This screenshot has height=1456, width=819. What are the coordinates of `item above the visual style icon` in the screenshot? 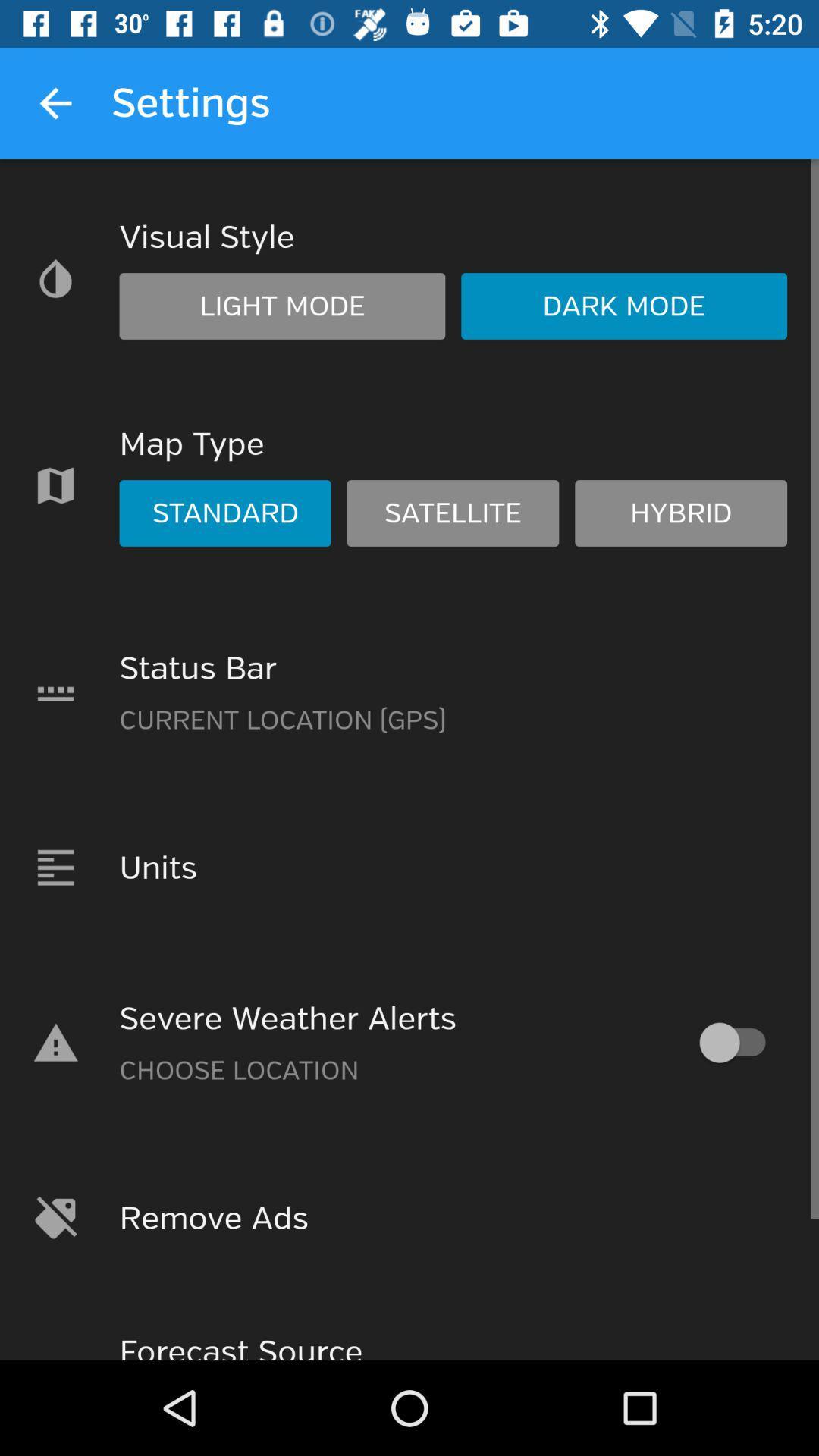 It's located at (55, 102).